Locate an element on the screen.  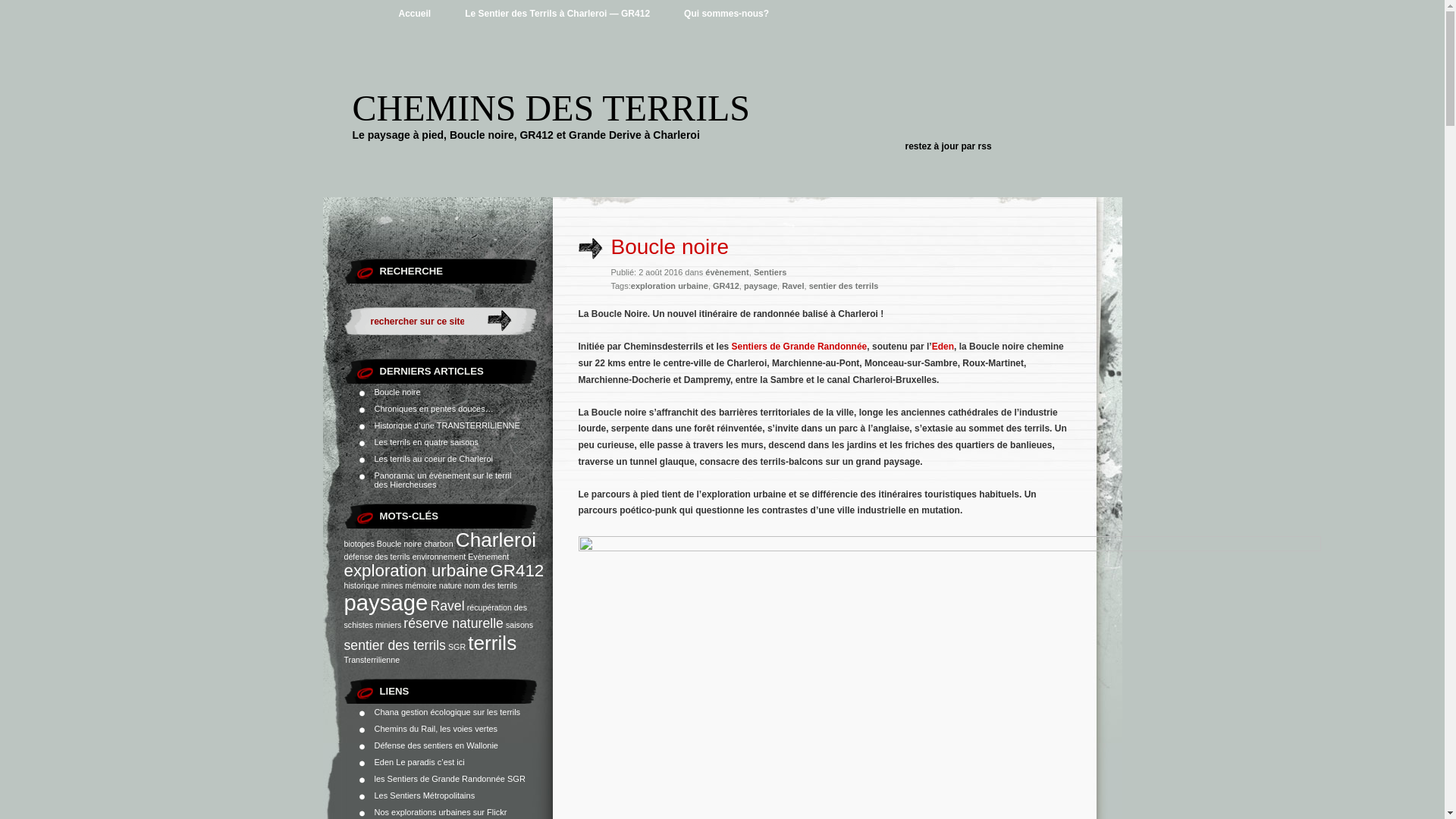
'Transterrilienne' is located at coordinates (372, 659).